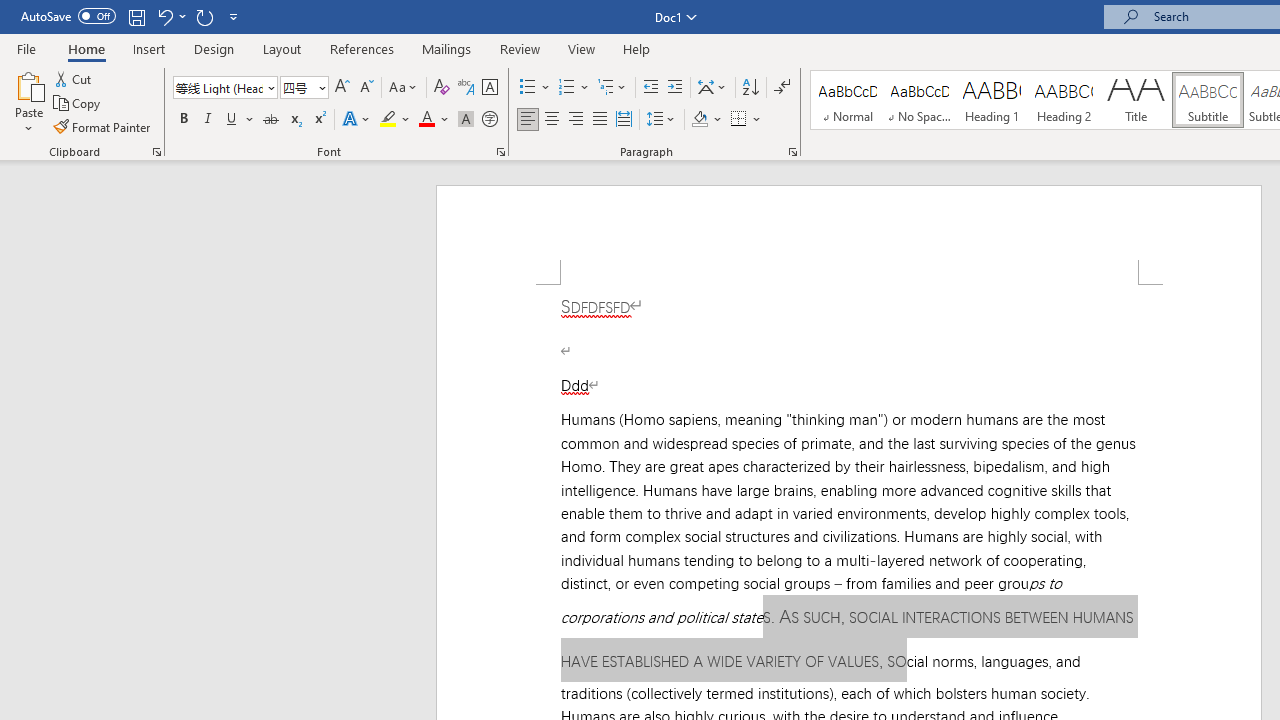  What do you see at coordinates (232, 119) in the screenshot?
I see `'Underline'` at bounding box center [232, 119].